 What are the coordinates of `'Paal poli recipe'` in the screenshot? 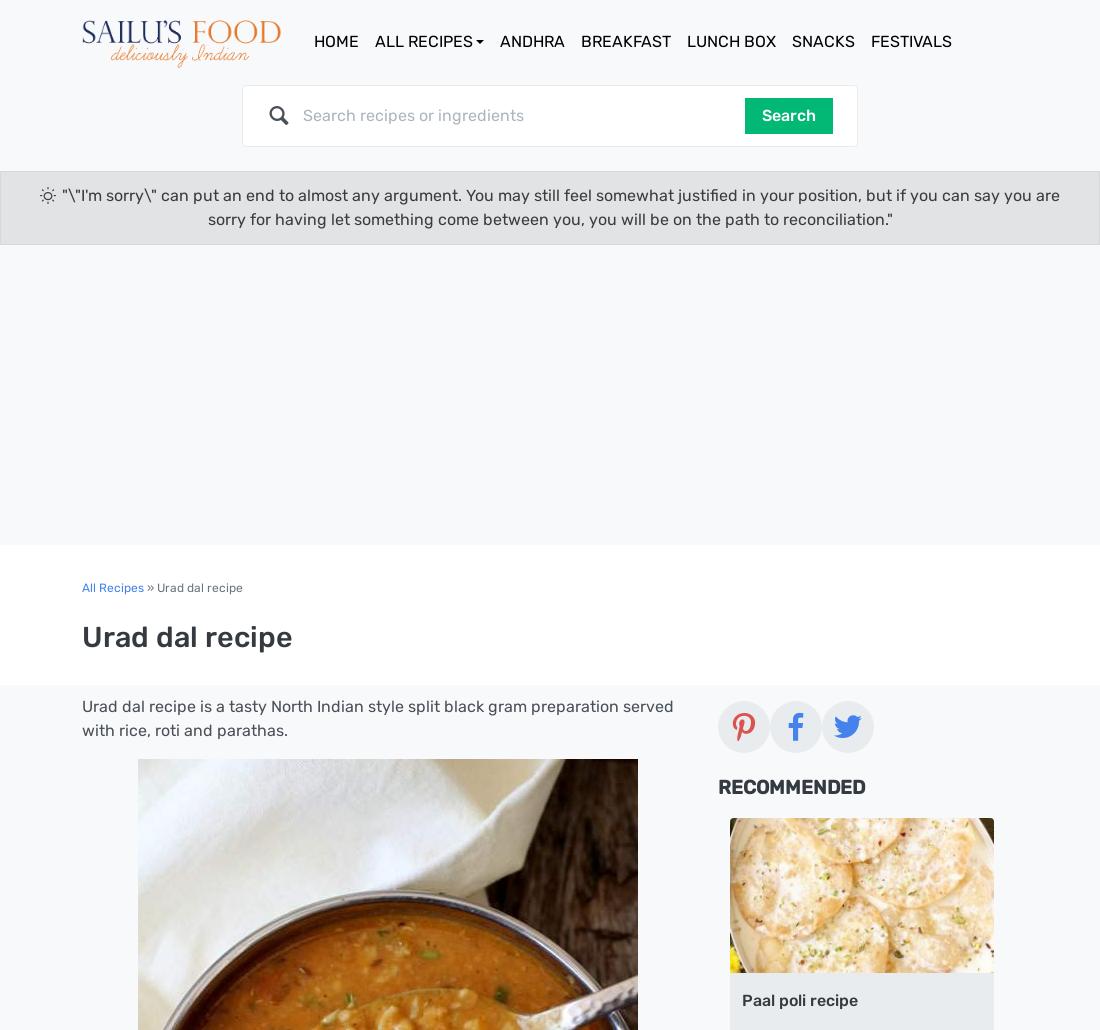 It's located at (740, 999).